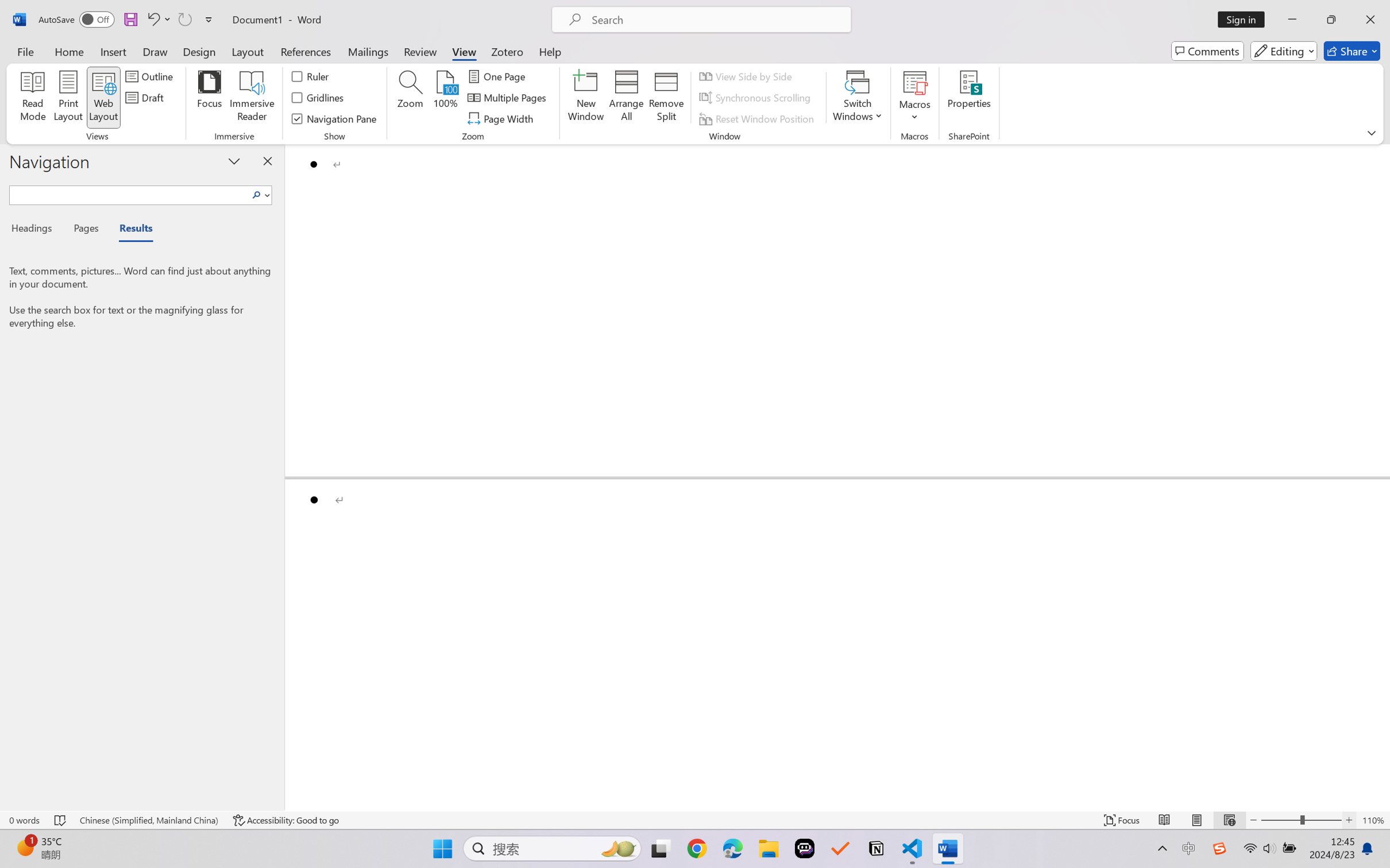  What do you see at coordinates (150, 75) in the screenshot?
I see `'Outline'` at bounding box center [150, 75].